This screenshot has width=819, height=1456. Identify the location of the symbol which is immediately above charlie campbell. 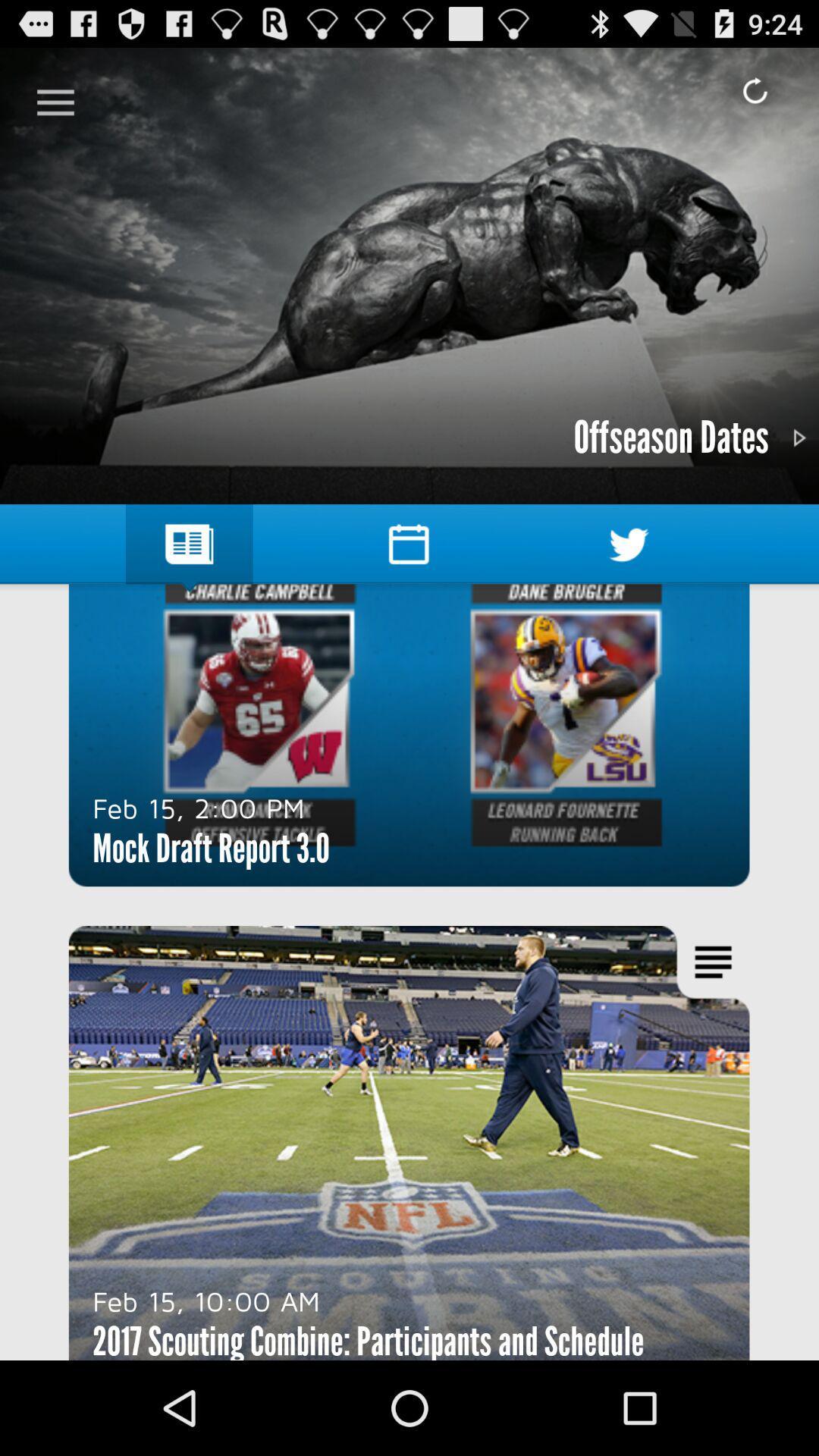
(189, 544).